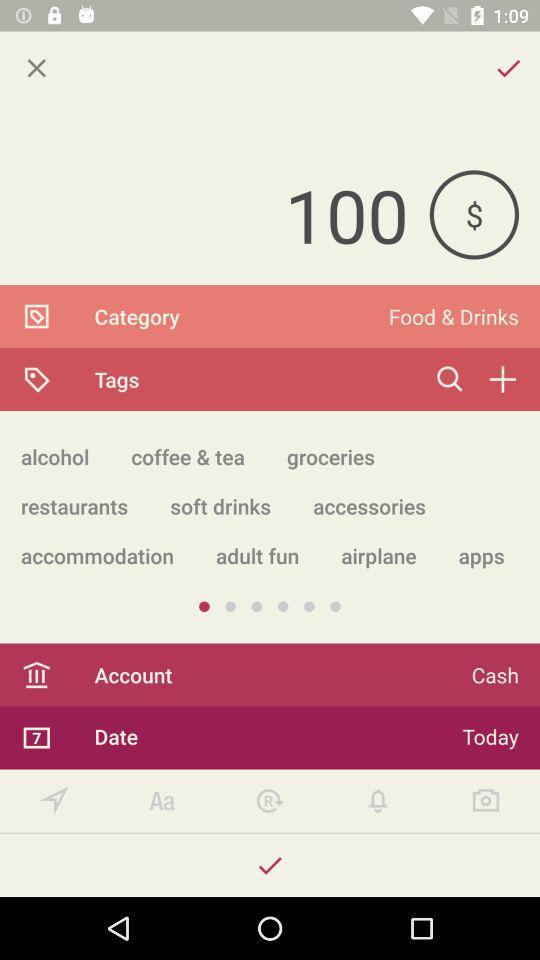  What do you see at coordinates (501, 378) in the screenshot?
I see `the add icon` at bounding box center [501, 378].